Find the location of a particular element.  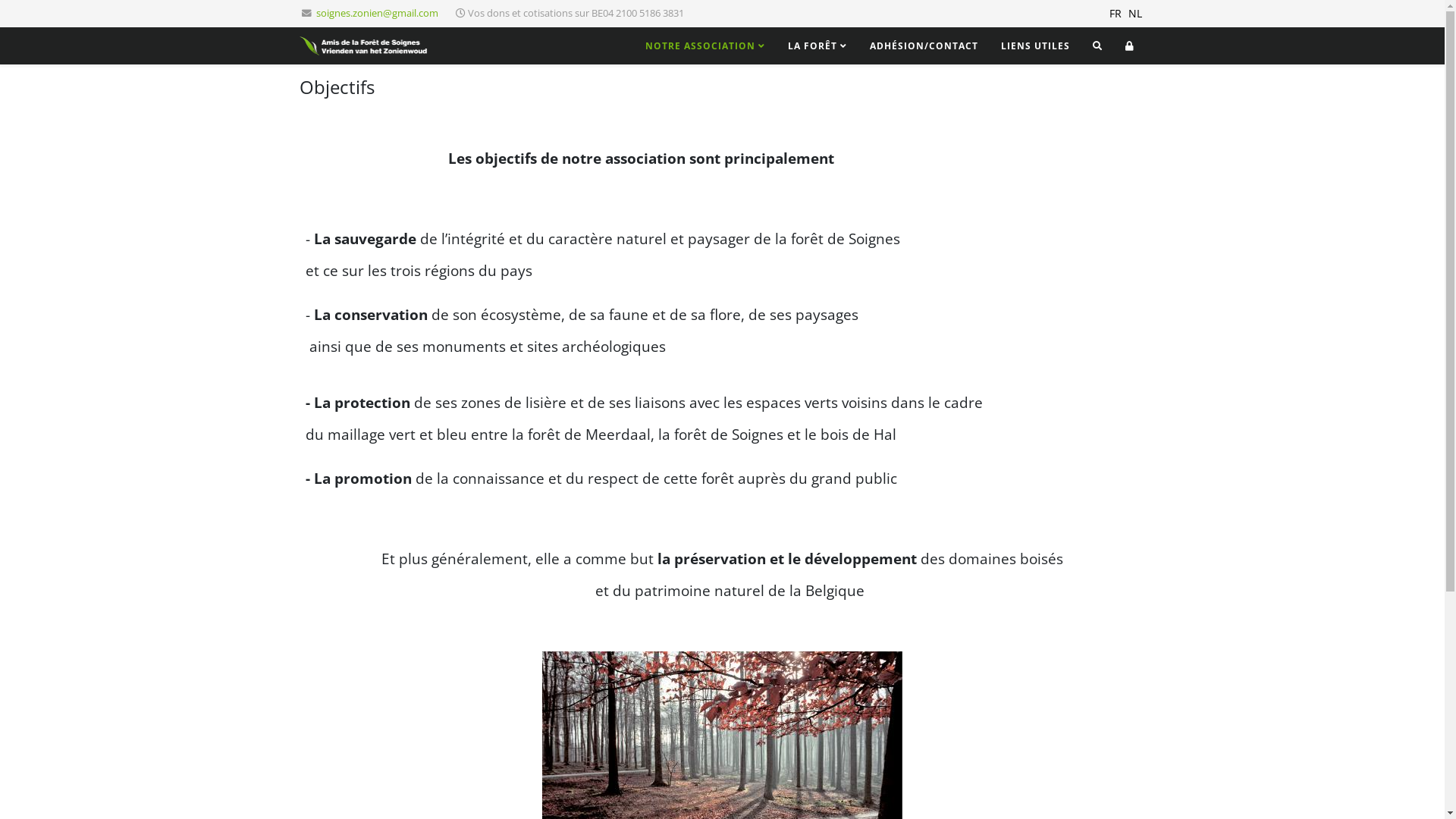

'LIENS UTILES' is located at coordinates (989, 45).